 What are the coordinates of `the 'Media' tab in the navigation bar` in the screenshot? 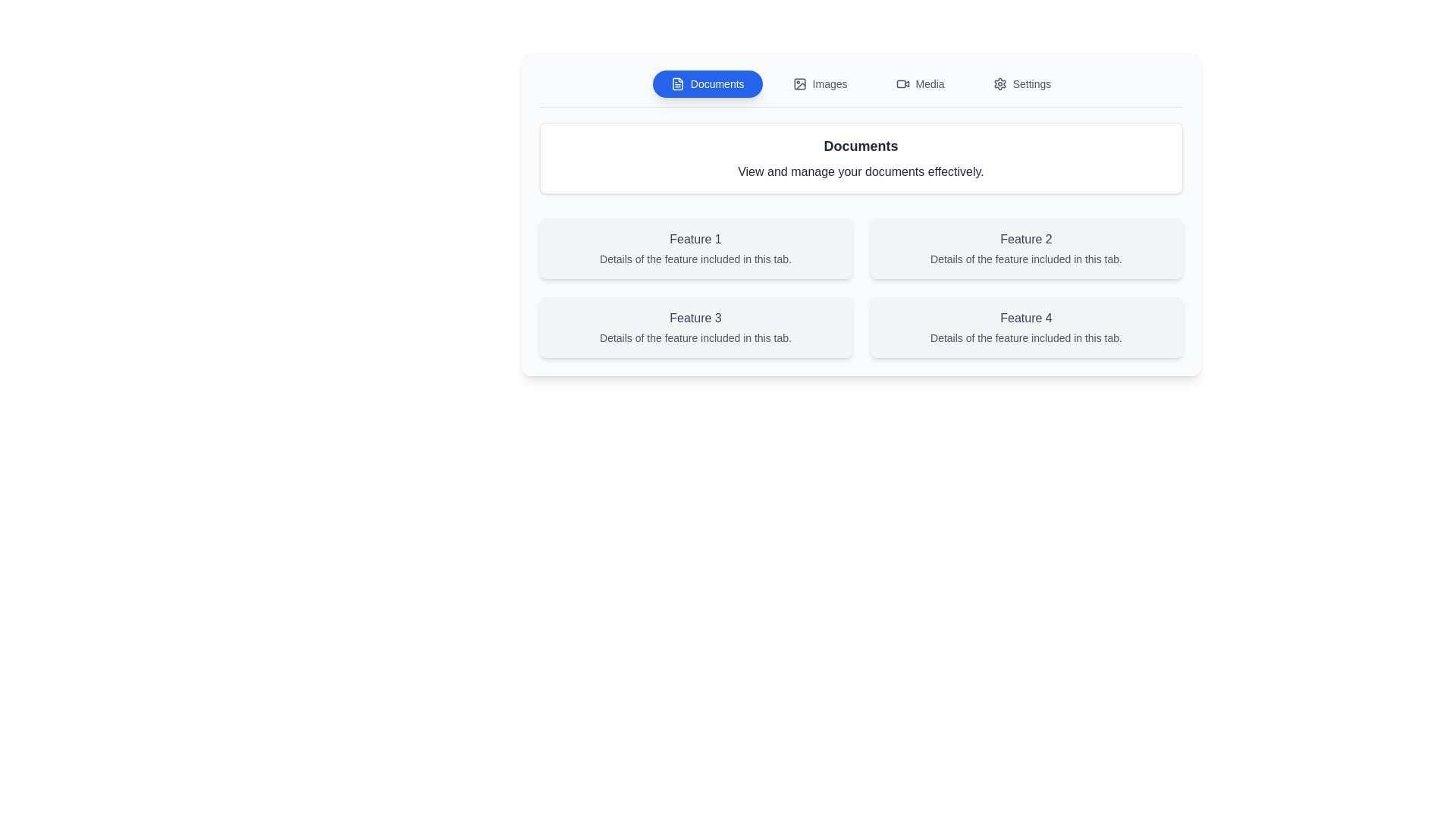 It's located at (919, 84).